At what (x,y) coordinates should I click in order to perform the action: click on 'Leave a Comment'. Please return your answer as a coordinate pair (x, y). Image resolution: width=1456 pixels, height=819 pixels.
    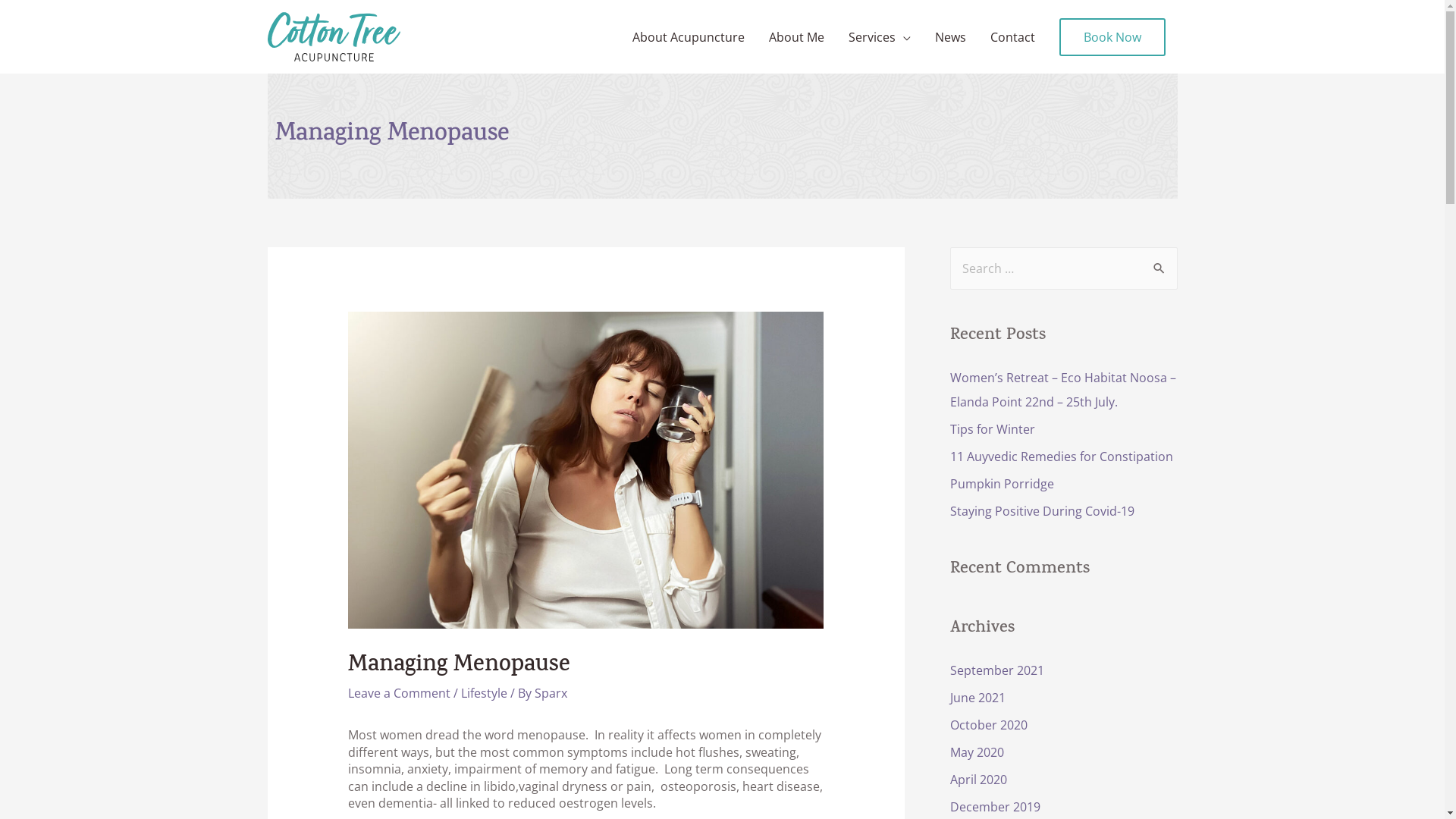
    Looking at the image, I should click on (347, 693).